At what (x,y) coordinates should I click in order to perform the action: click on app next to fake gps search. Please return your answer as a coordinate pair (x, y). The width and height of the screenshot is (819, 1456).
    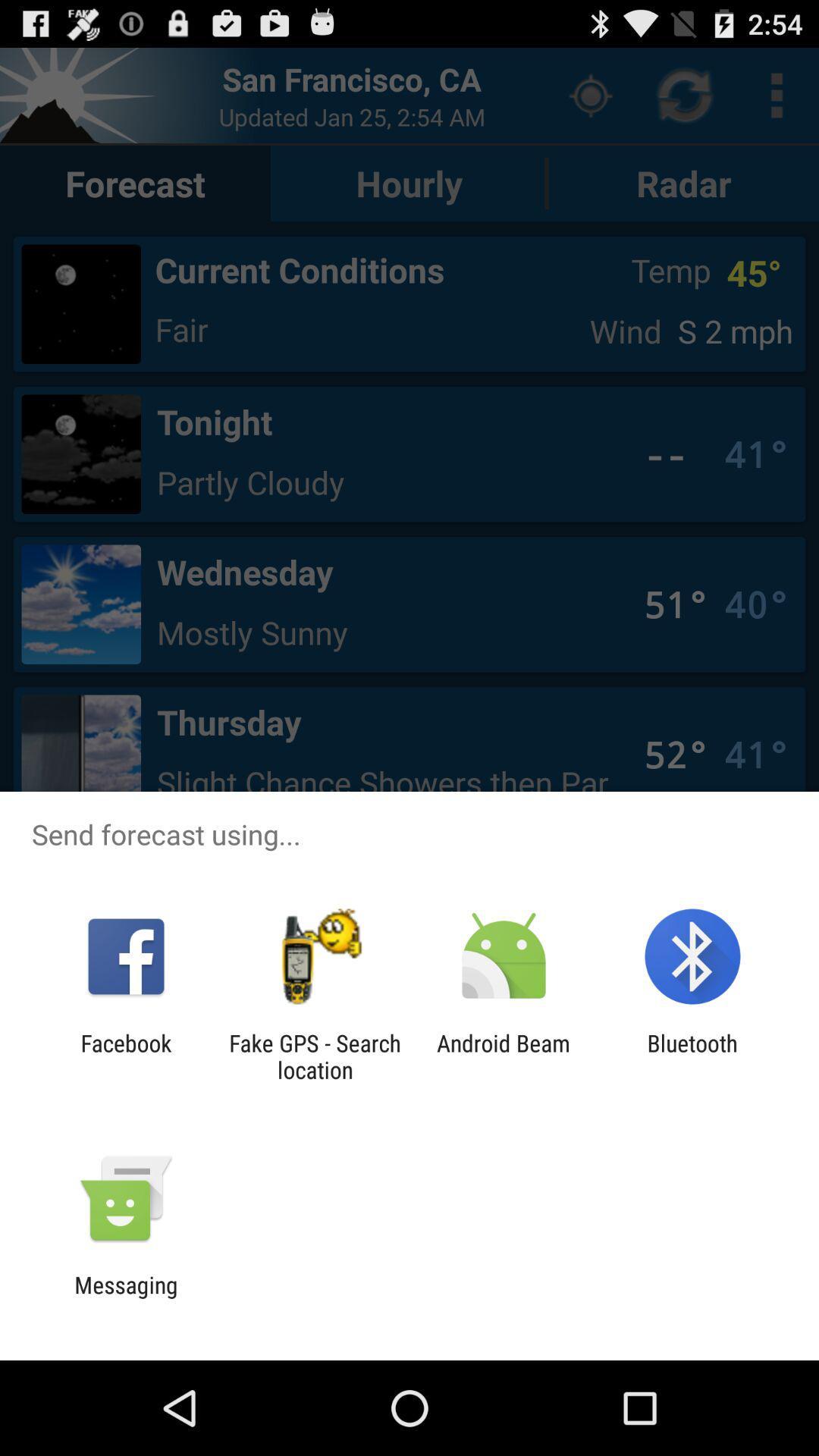
    Looking at the image, I should click on (504, 1056).